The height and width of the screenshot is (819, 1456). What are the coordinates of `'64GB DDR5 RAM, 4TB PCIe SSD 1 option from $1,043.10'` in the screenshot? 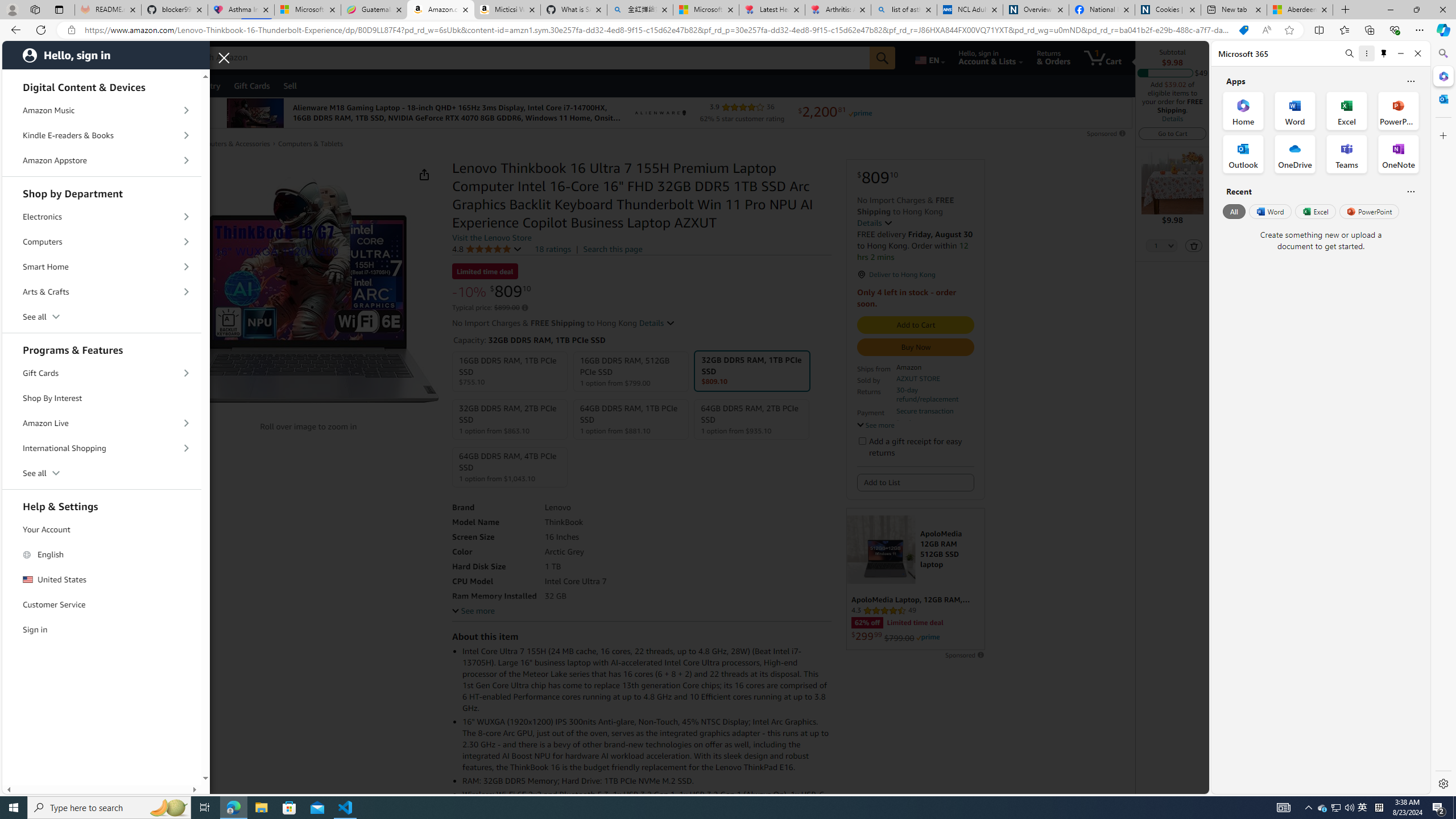 It's located at (510, 466).